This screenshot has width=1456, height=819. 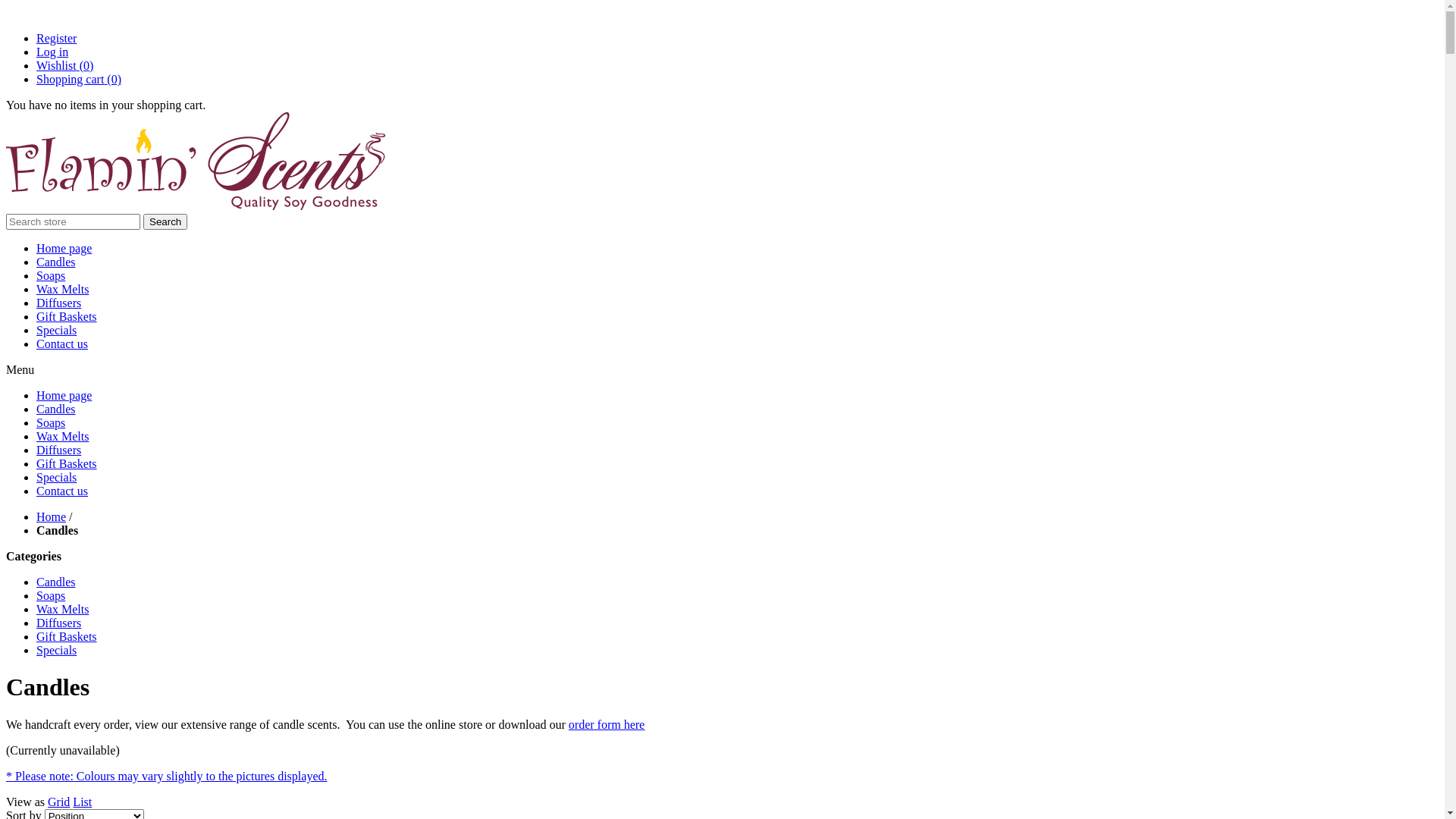 What do you see at coordinates (72, 801) in the screenshot?
I see `'List'` at bounding box center [72, 801].